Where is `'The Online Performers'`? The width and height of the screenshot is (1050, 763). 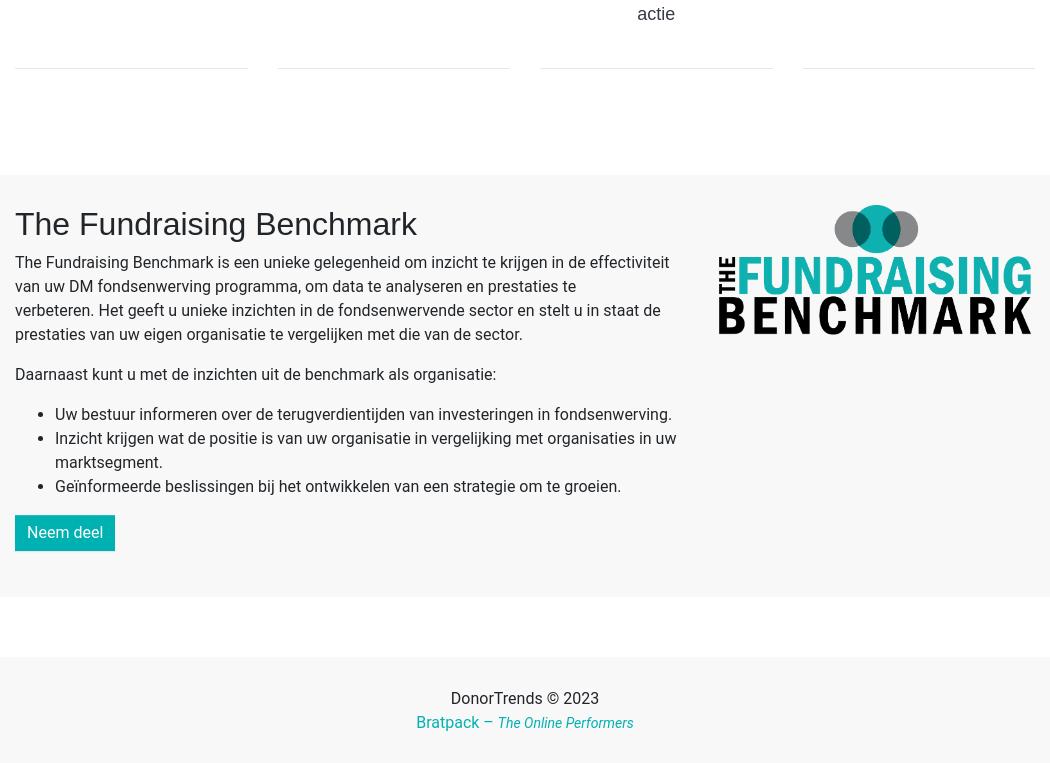 'The Online Performers' is located at coordinates (564, 723).